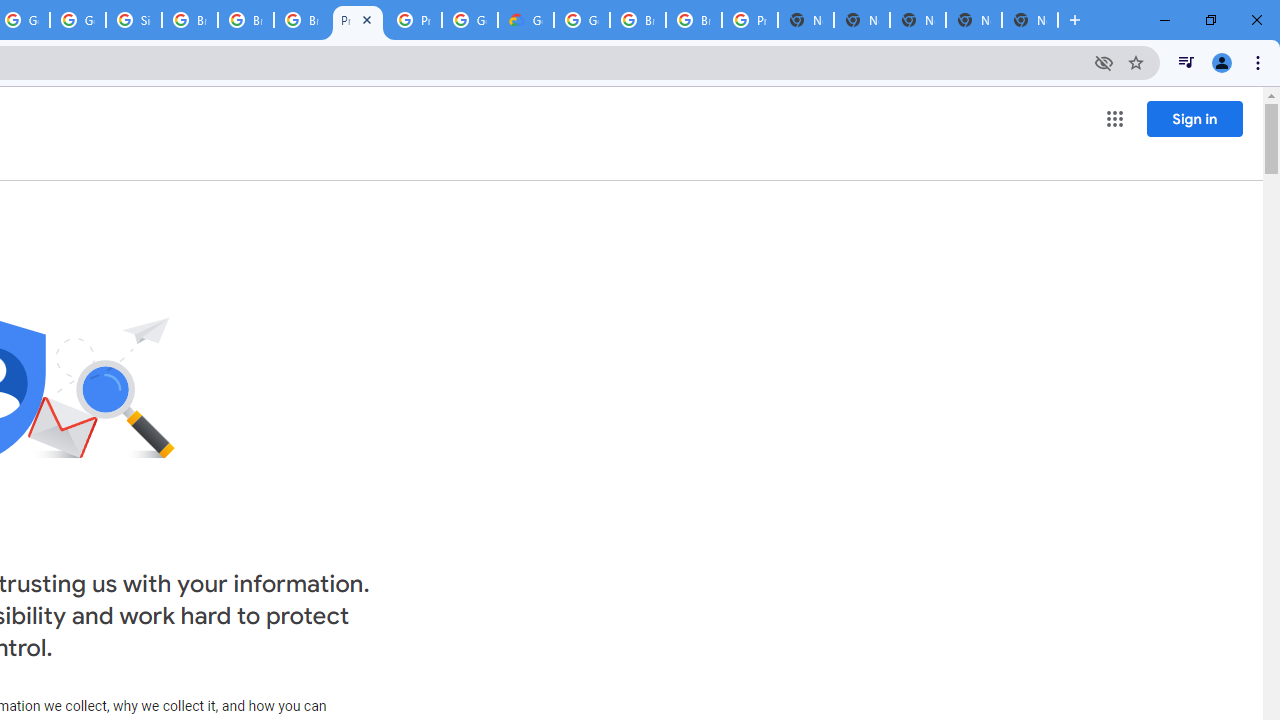  What do you see at coordinates (133, 20) in the screenshot?
I see `'Sign in - Google Accounts'` at bounding box center [133, 20].